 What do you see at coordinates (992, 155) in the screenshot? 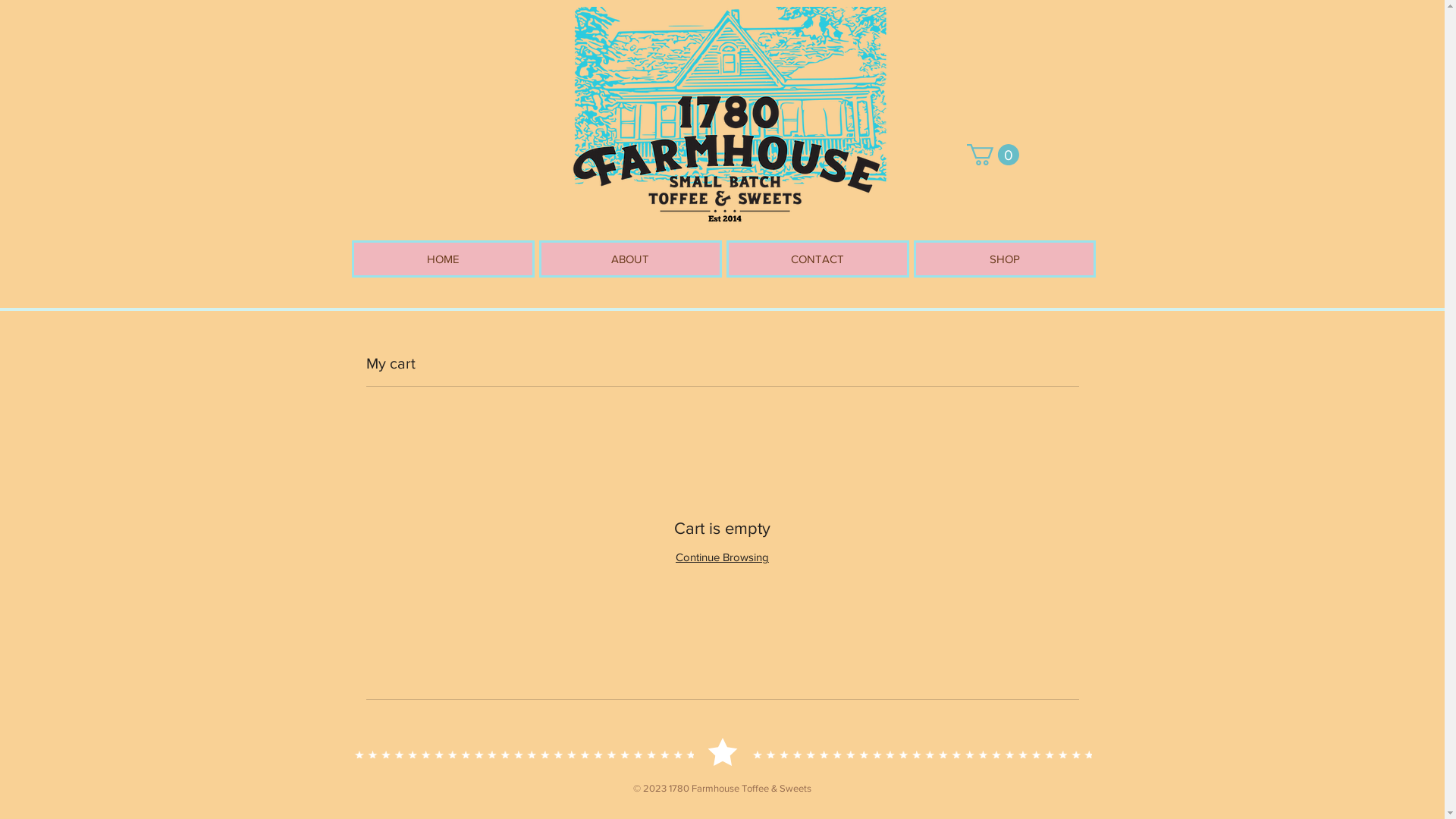
I see `'0'` at bounding box center [992, 155].